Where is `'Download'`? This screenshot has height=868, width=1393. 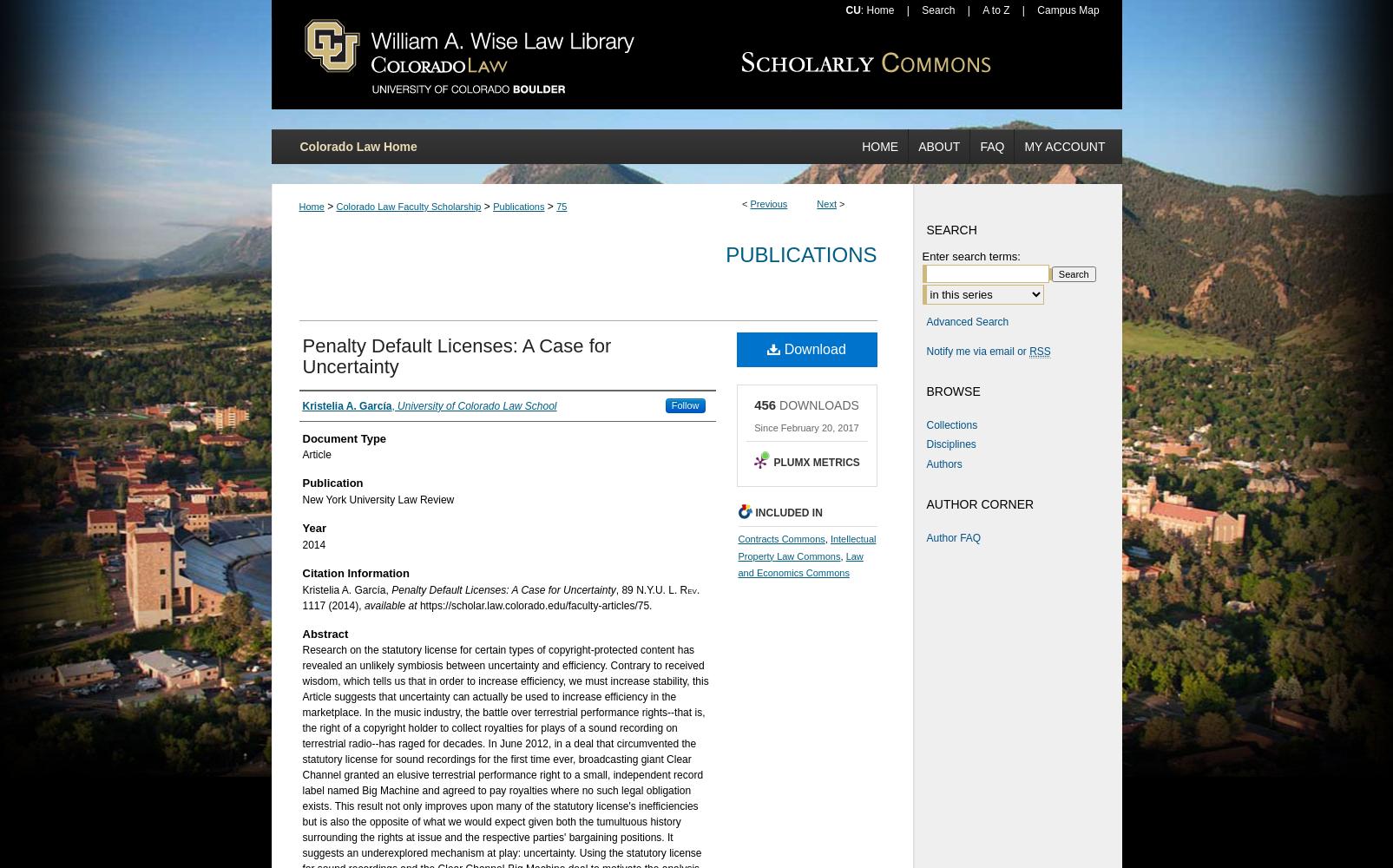
'Download' is located at coordinates (811, 348).